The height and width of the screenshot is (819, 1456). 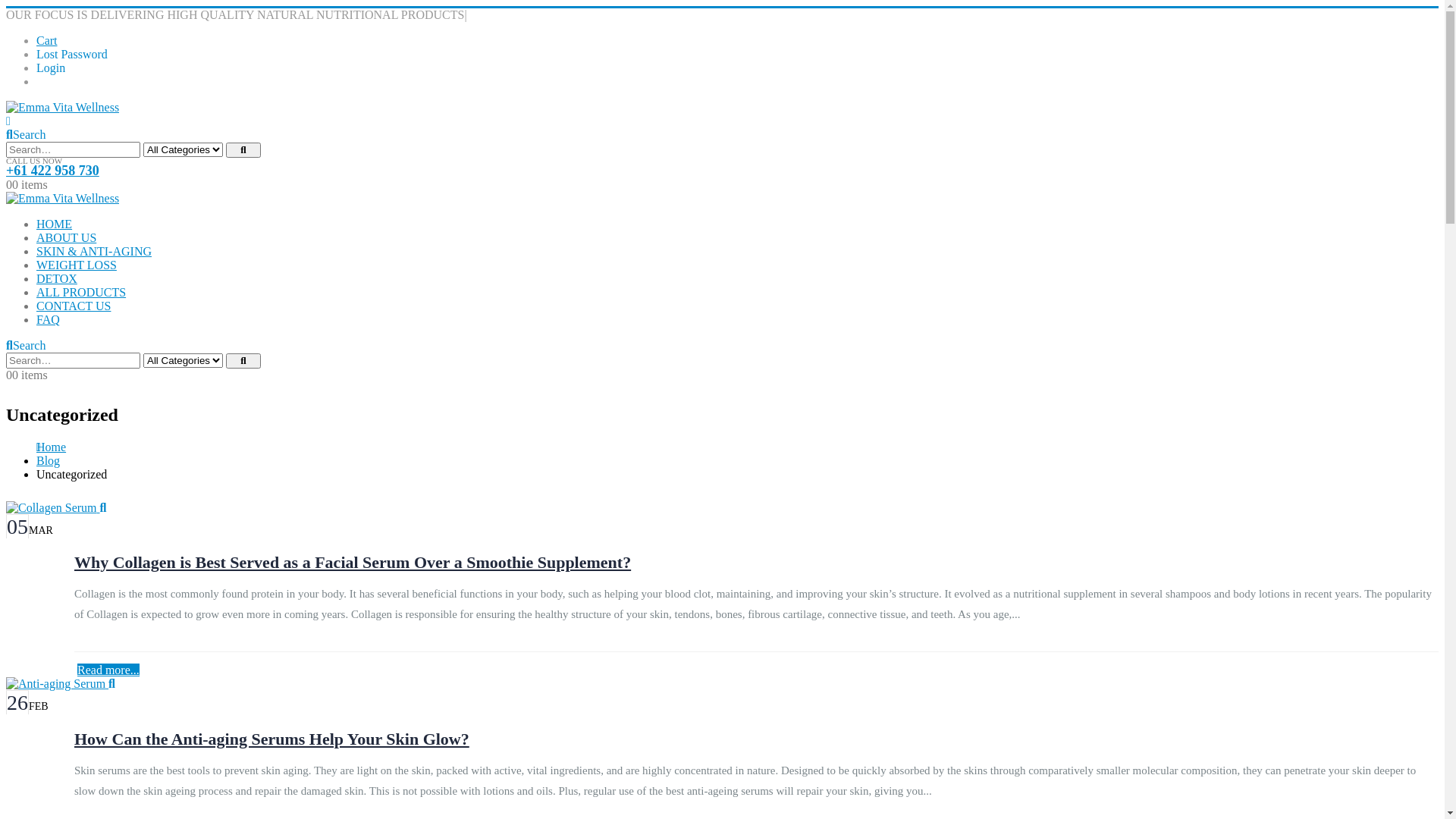 What do you see at coordinates (71, 53) in the screenshot?
I see `'Lost Password'` at bounding box center [71, 53].